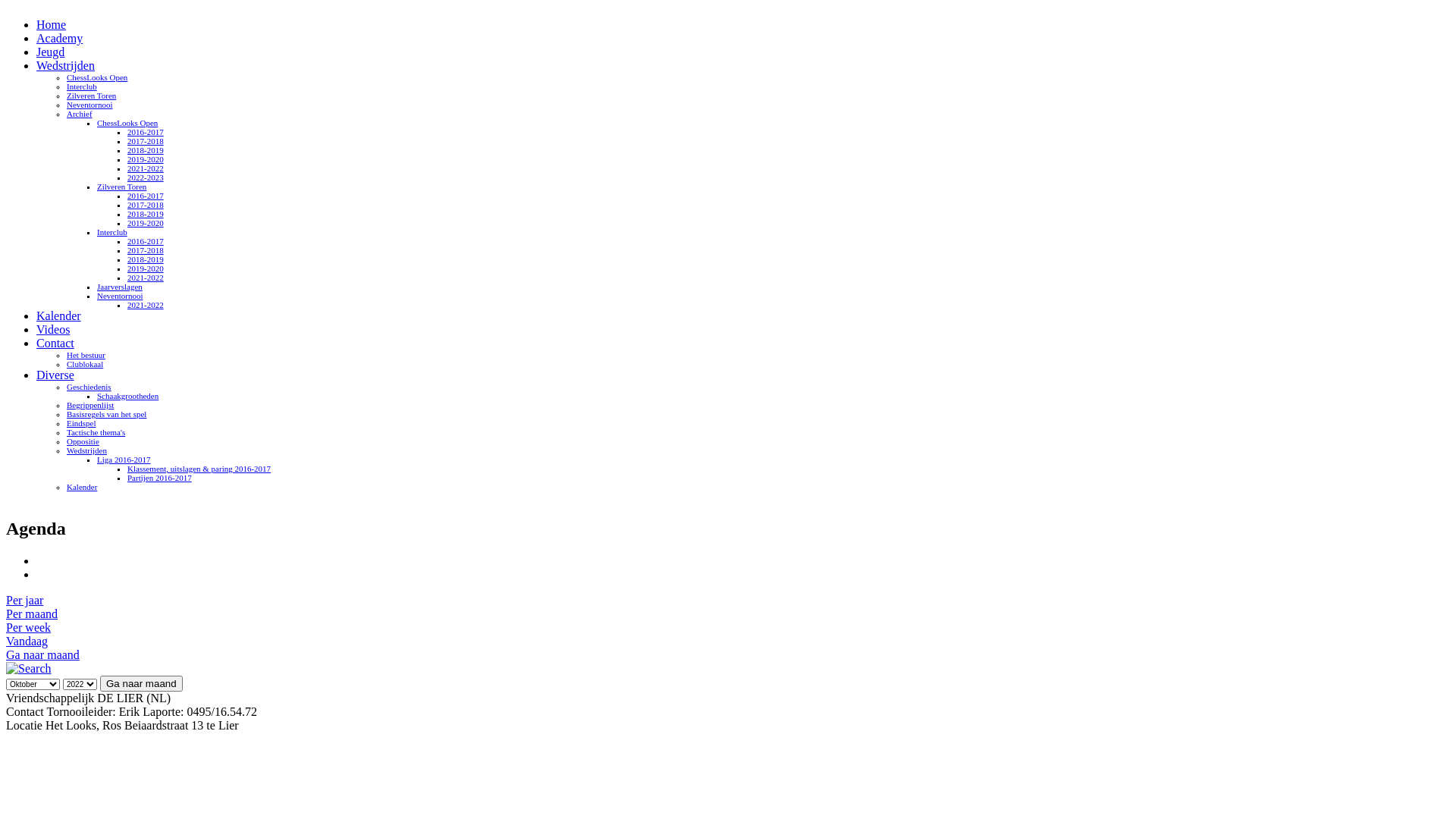  I want to click on 'Schaakgrootheden', so click(127, 394).